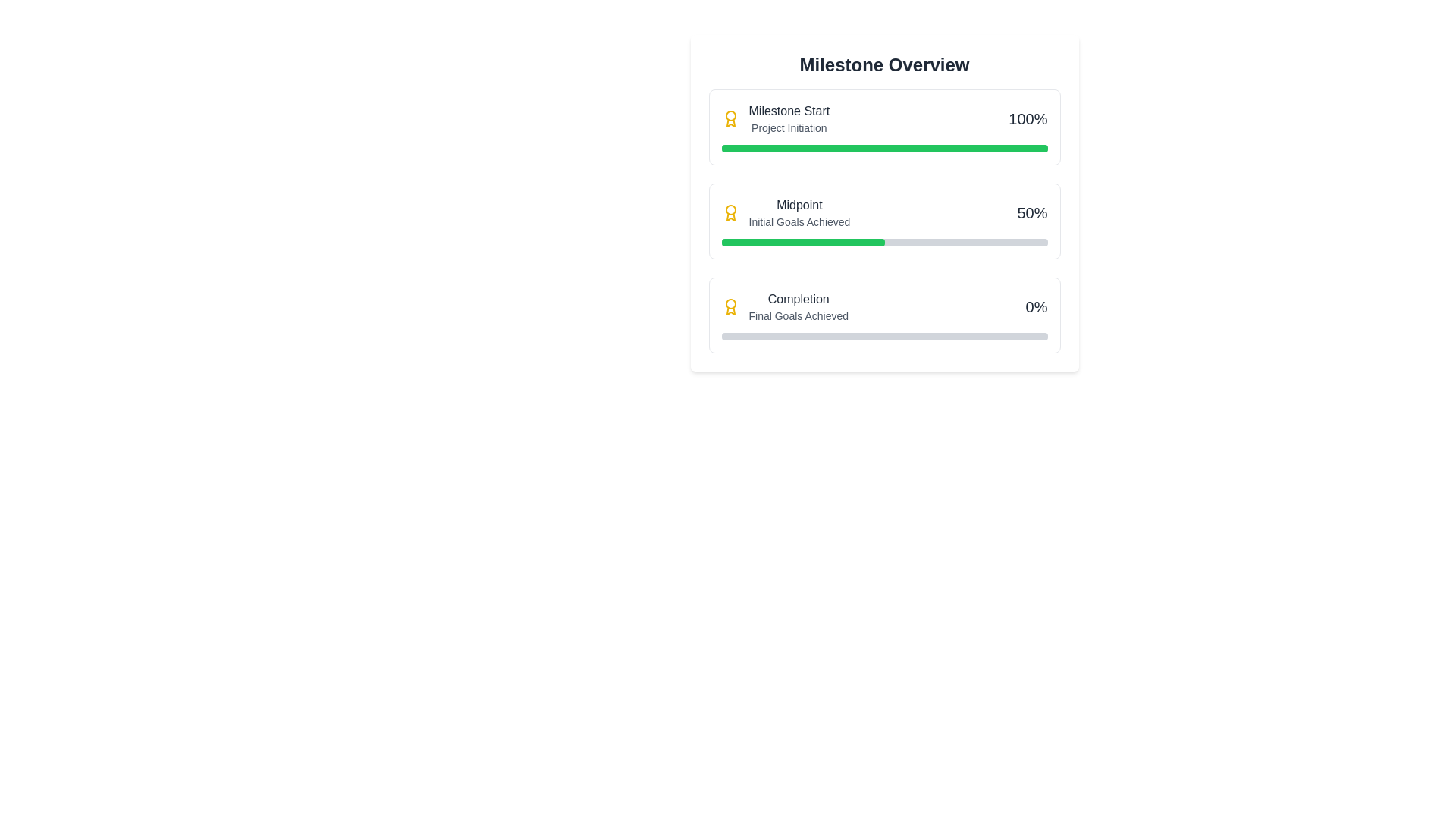 This screenshot has width=1456, height=819. I want to click on the text label displaying 'Completion' which is part of the third milestone entry in the milestone overview section, so click(798, 299).